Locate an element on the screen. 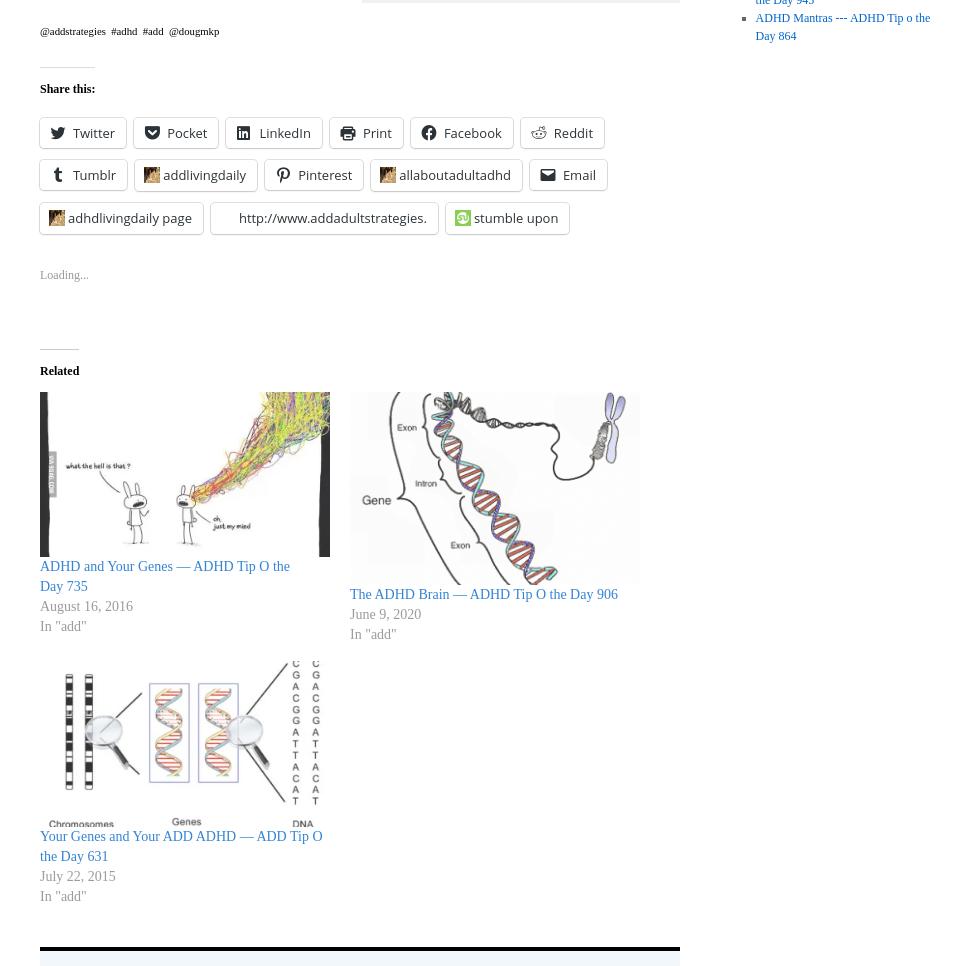 The width and height of the screenshot is (980, 966). 'Related' is located at coordinates (59, 368).